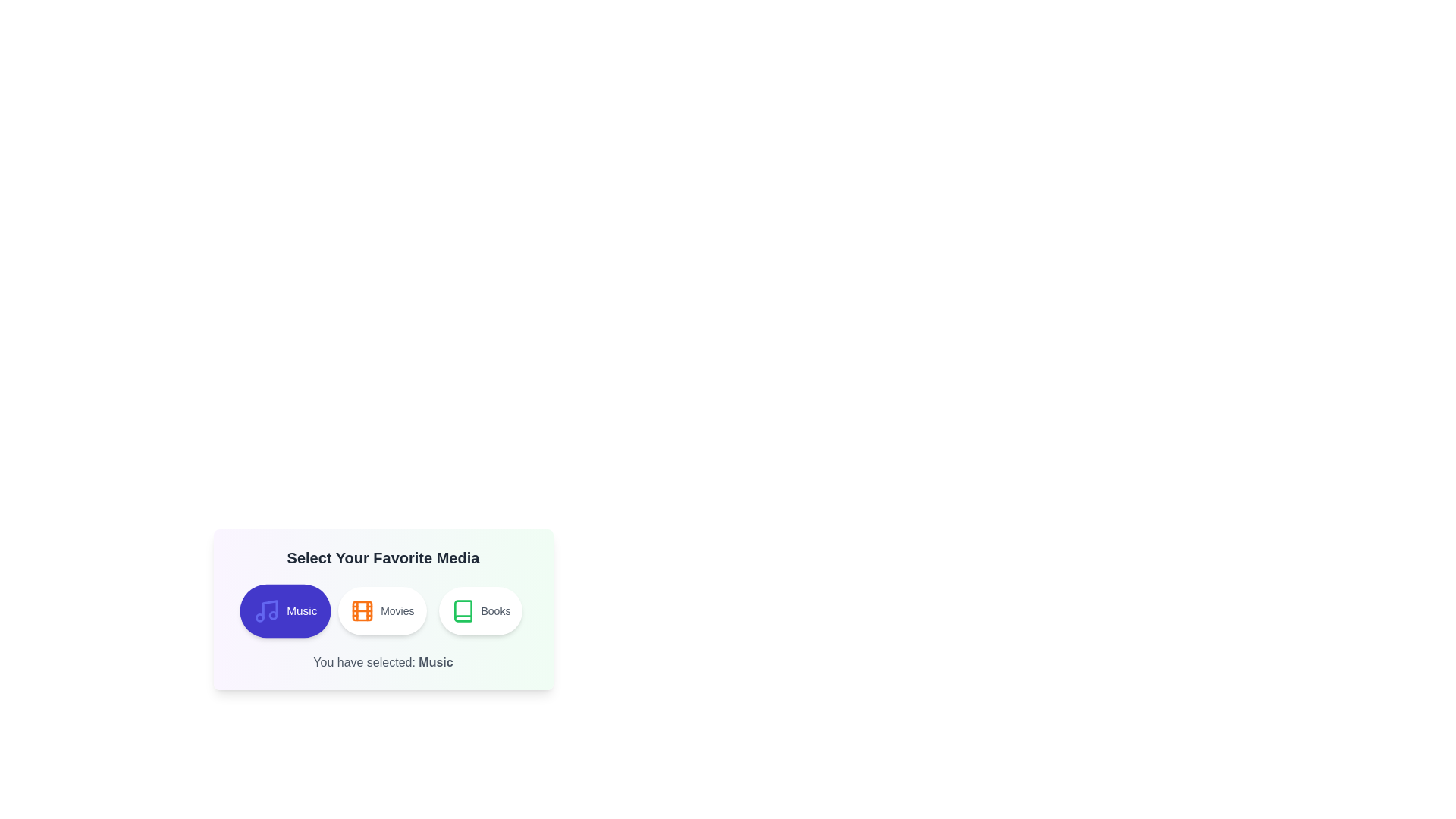 The height and width of the screenshot is (819, 1456). Describe the element at coordinates (382, 610) in the screenshot. I see `the media button labeled Movies to observe its hover effect` at that location.